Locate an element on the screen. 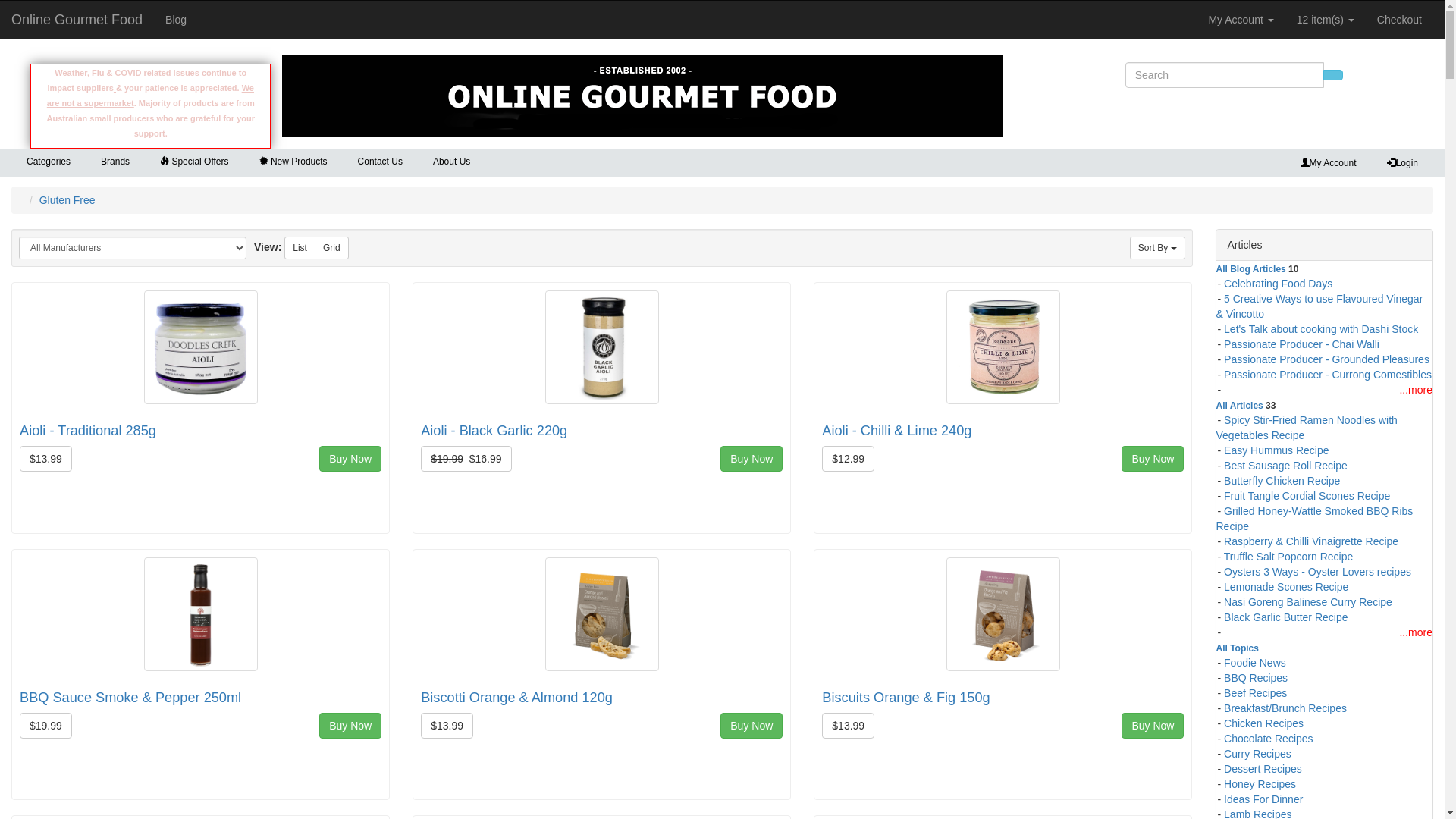 The height and width of the screenshot is (819, 1456). 'Special Offers' is located at coordinates (193, 162).